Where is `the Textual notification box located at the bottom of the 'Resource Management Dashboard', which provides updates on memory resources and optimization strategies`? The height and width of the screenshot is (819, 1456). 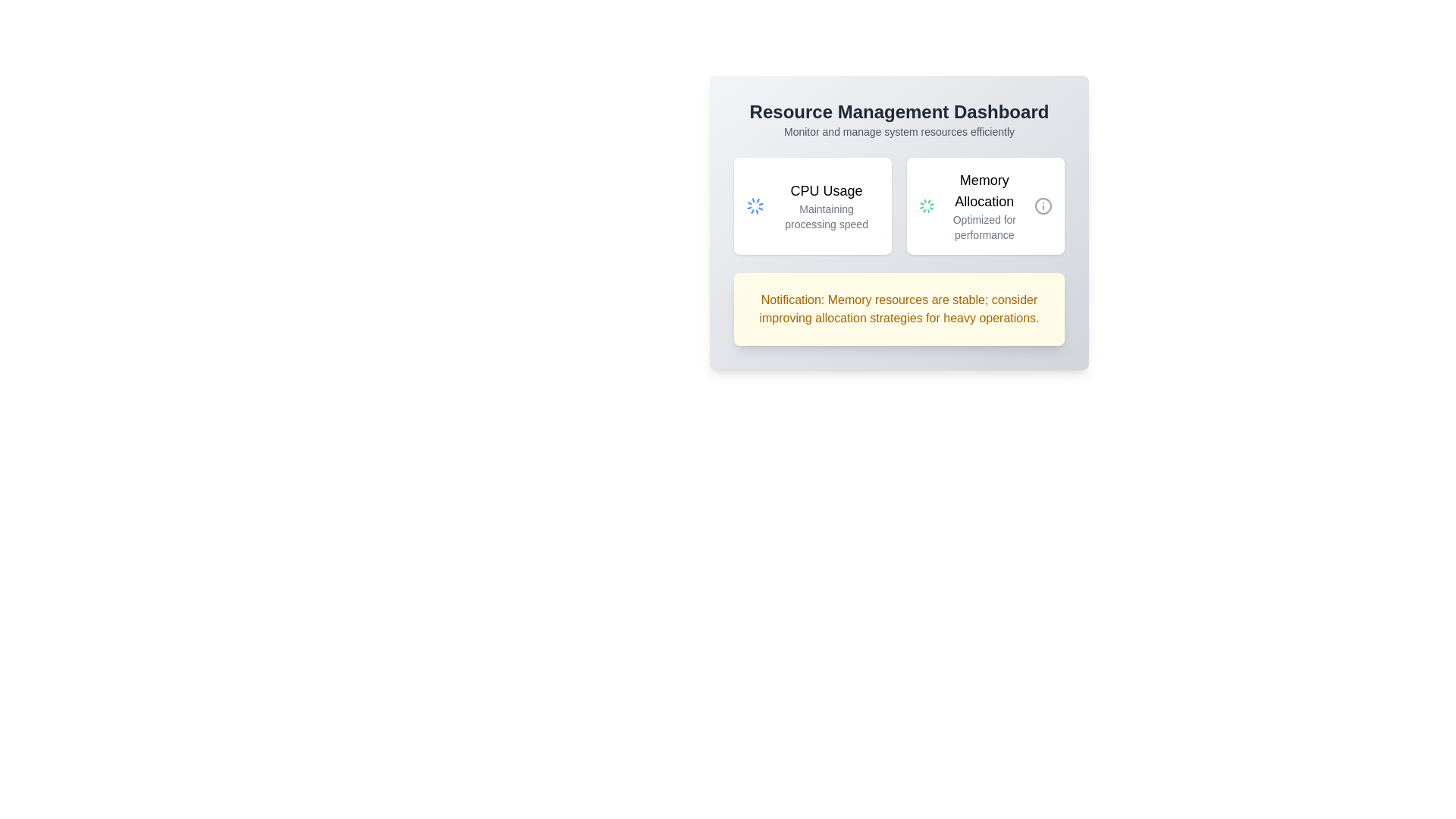 the Textual notification box located at the bottom of the 'Resource Management Dashboard', which provides updates on memory resources and optimization strategies is located at coordinates (899, 309).